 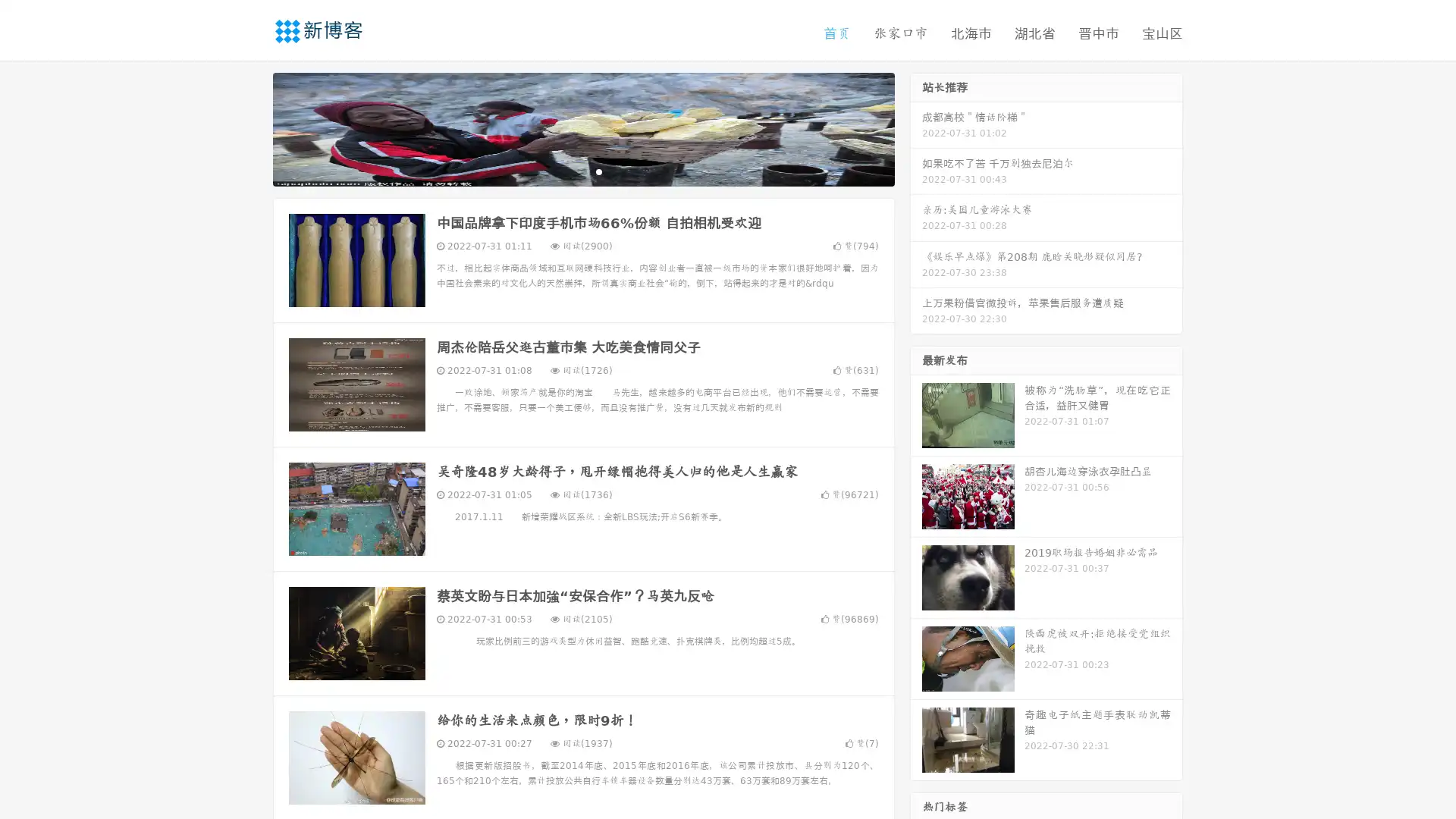 What do you see at coordinates (250, 127) in the screenshot?
I see `Previous slide` at bounding box center [250, 127].